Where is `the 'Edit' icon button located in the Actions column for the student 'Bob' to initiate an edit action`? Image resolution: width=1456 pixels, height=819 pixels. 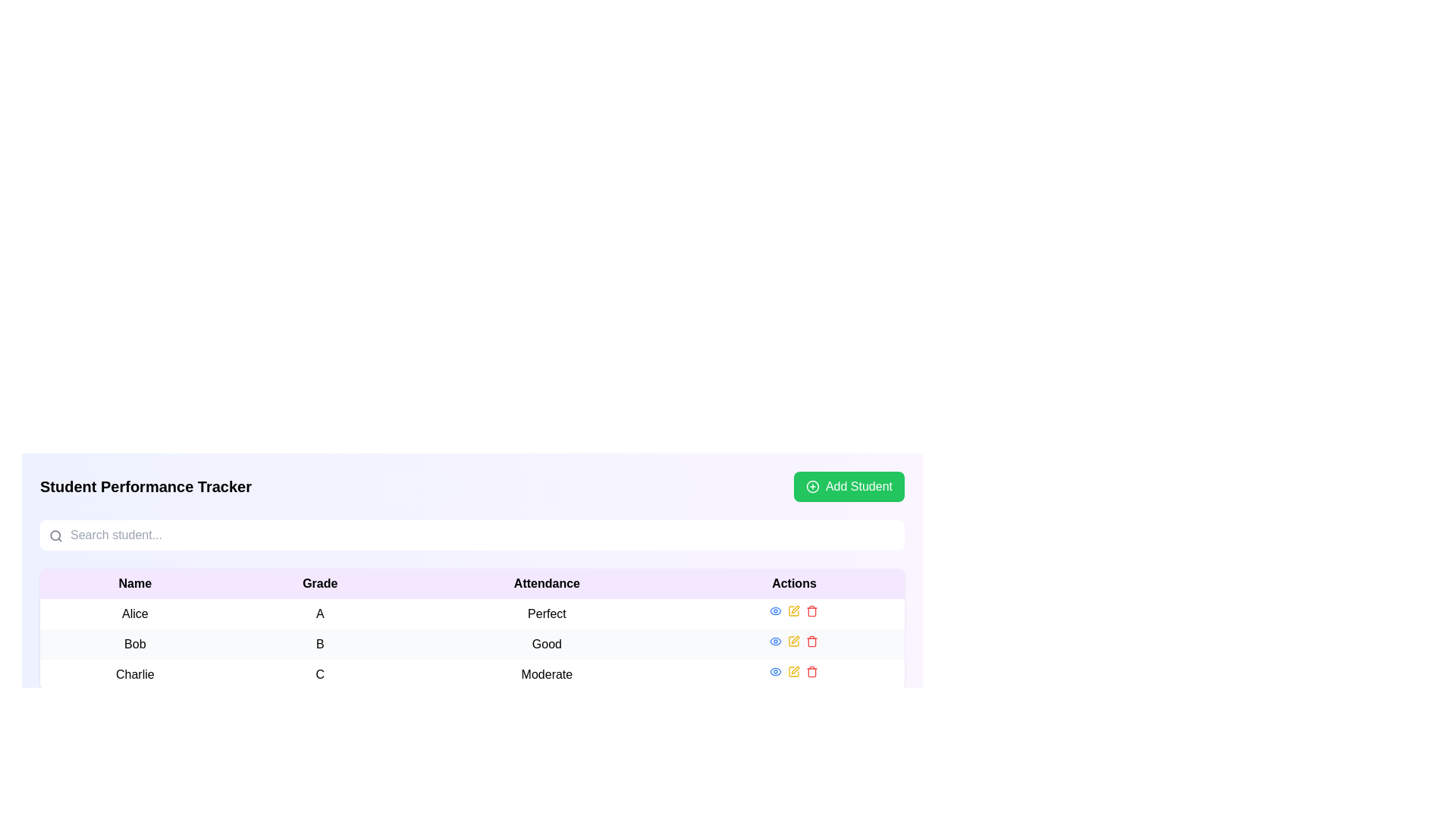
the 'Edit' icon button located in the Actions column for the student 'Bob' to initiate an edit action is located at coordinates (793, 641).